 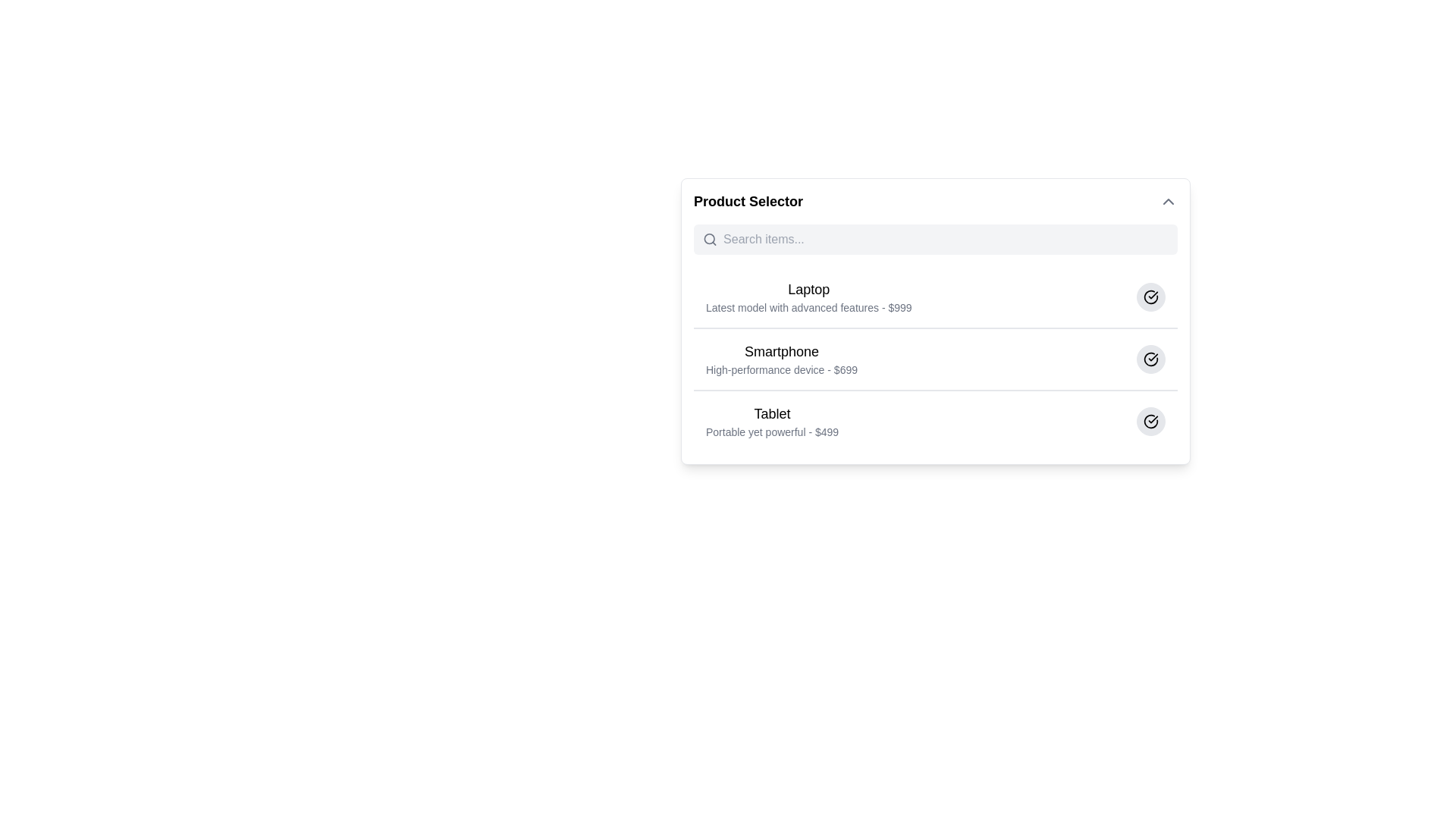 I want to click on text label displaying 'Laptop' in bold at the top of the Product Selector interface, so click(x=808, y=289).